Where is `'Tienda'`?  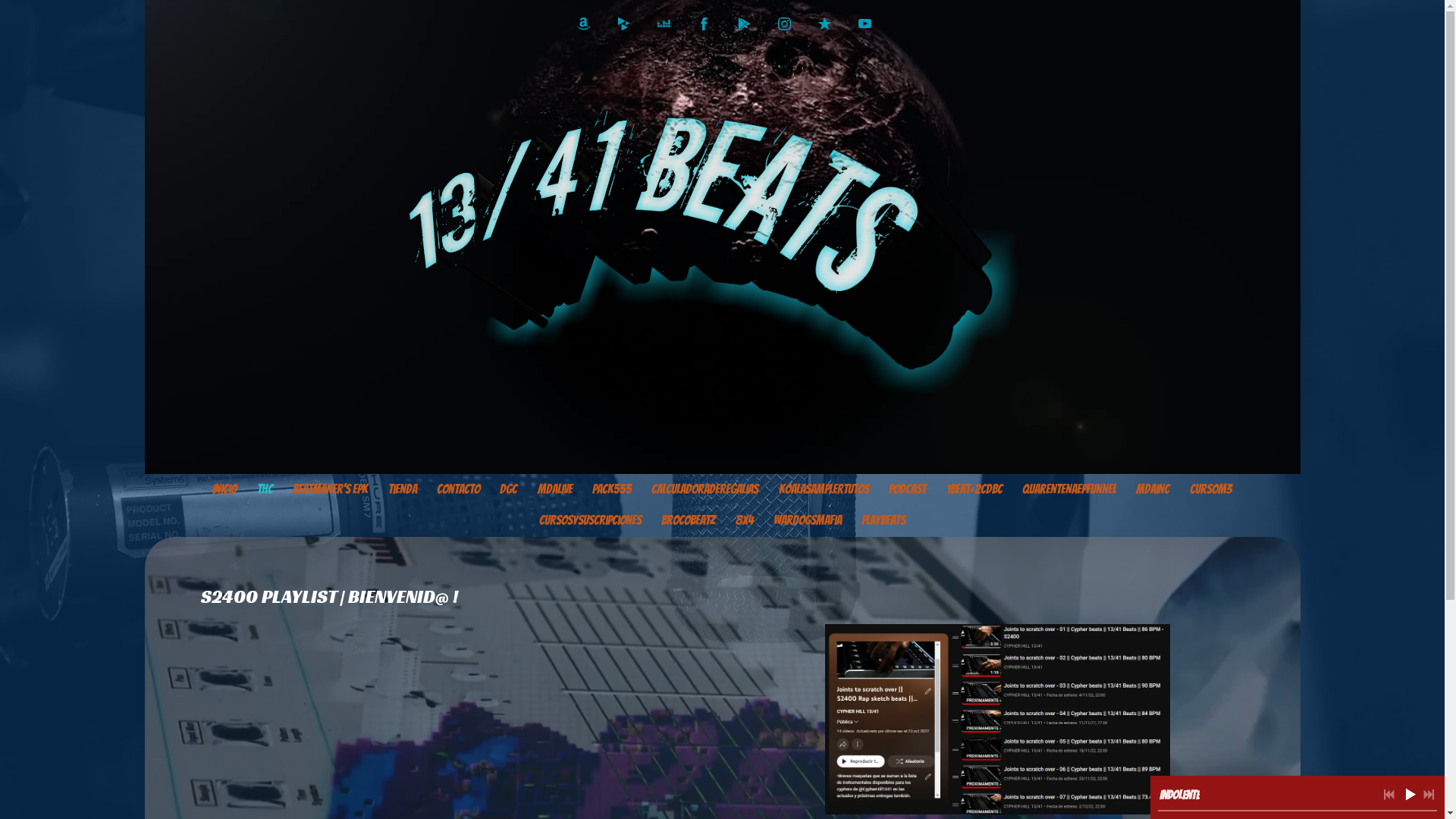 'Tienda' is located at coordinates (378, 489).